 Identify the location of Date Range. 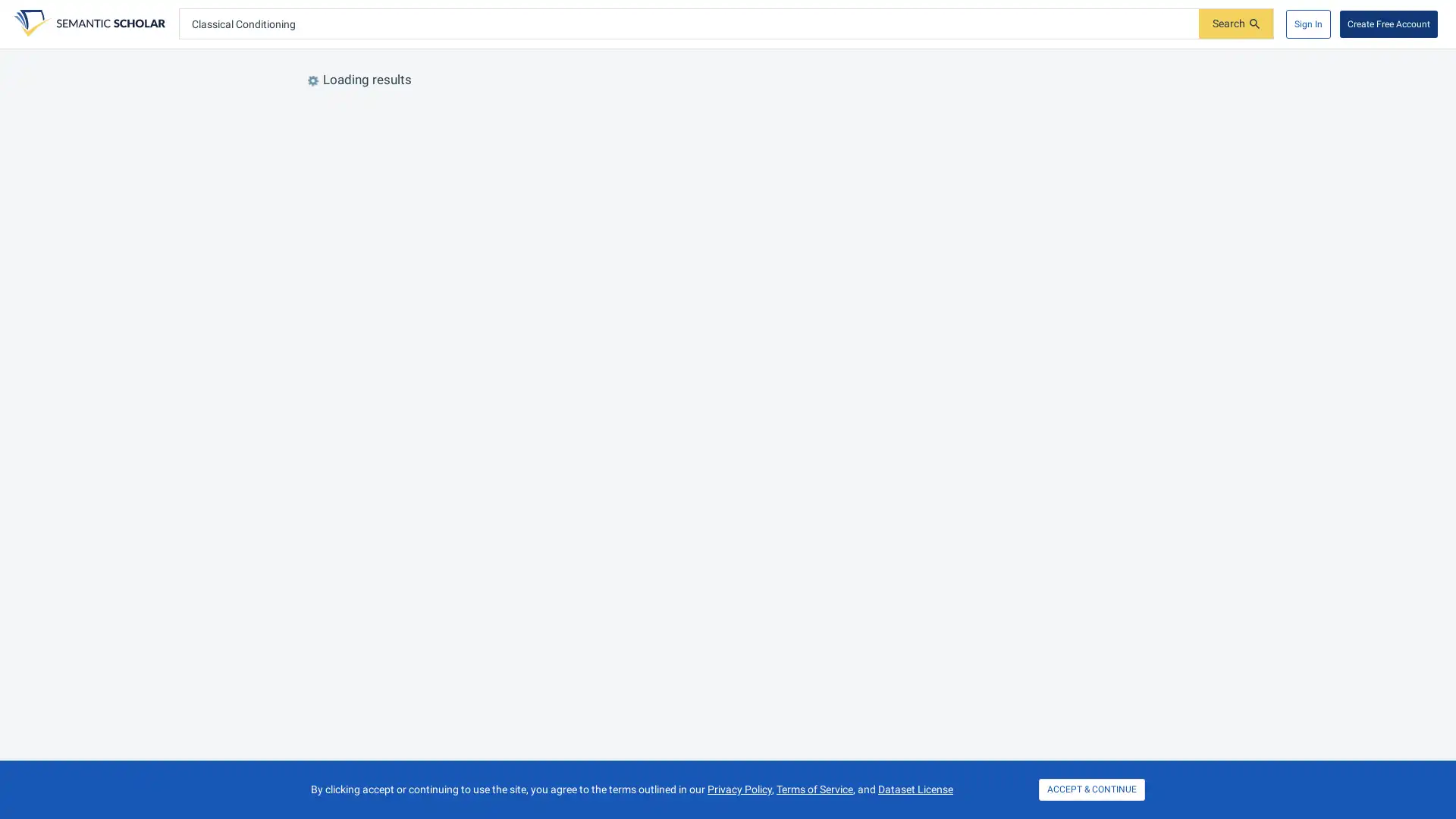
(448, 119).